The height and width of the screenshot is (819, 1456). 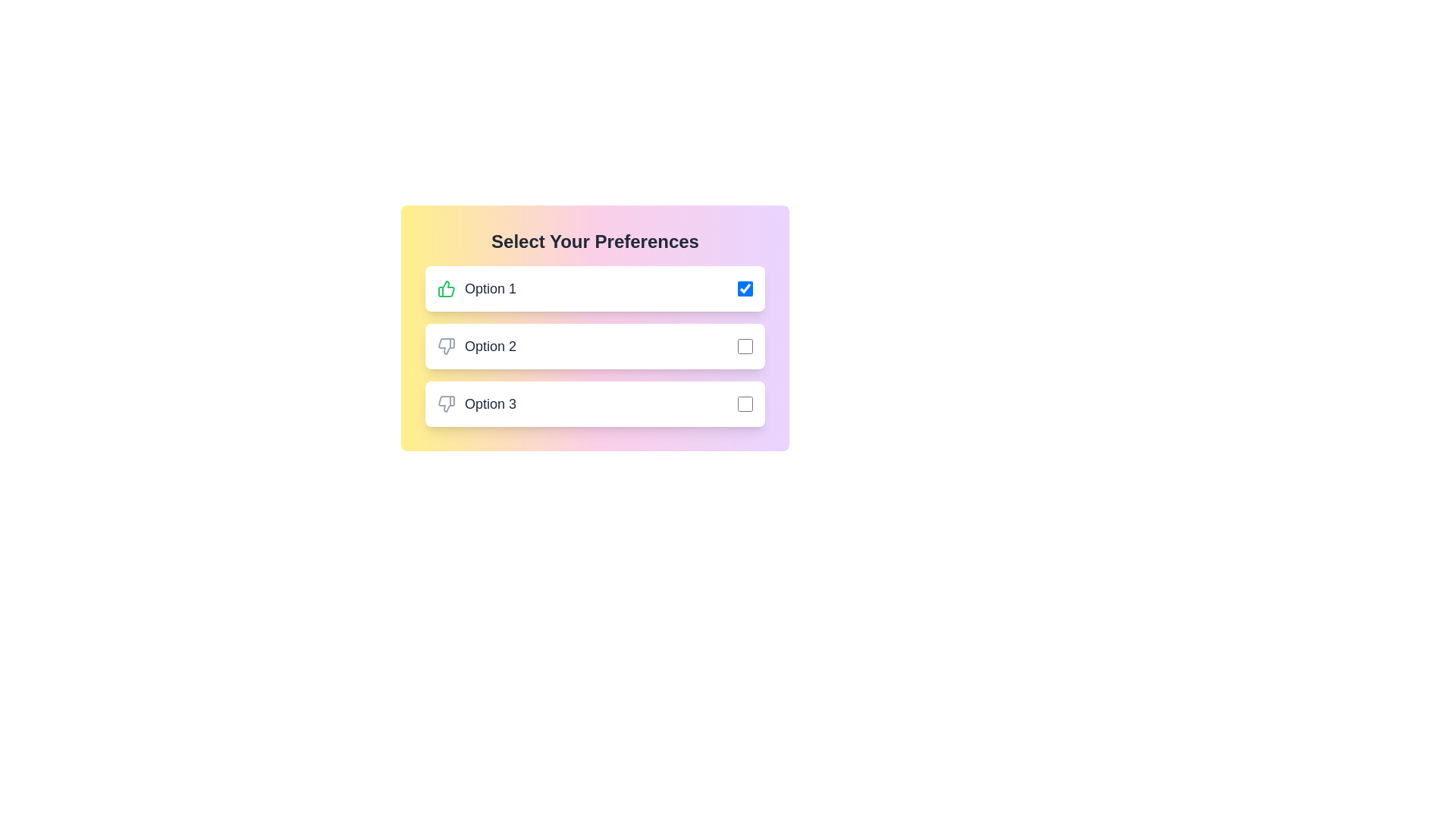 I want to click on the thumbs-down icon associated with 'Option 3' in the preferences selection interface, so click(x=446, y=403).